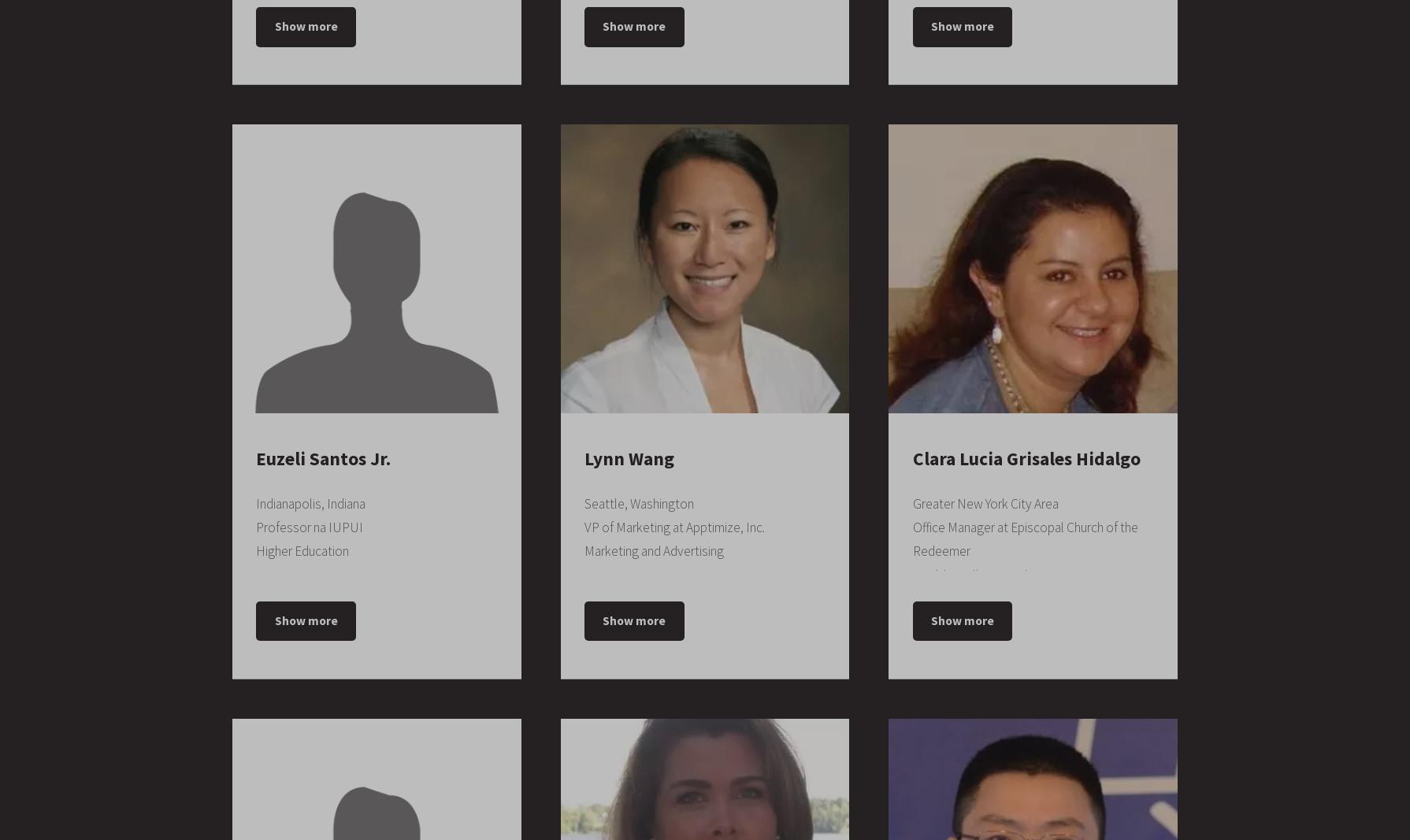 The height and width of the screenshot is (840, 1410). What do you see at coordinates (1027, 470) in the screenshot?
I see `'BS of Business Administration, Emphasis in Marketing and Management'` at bounding box center [1027, 470].